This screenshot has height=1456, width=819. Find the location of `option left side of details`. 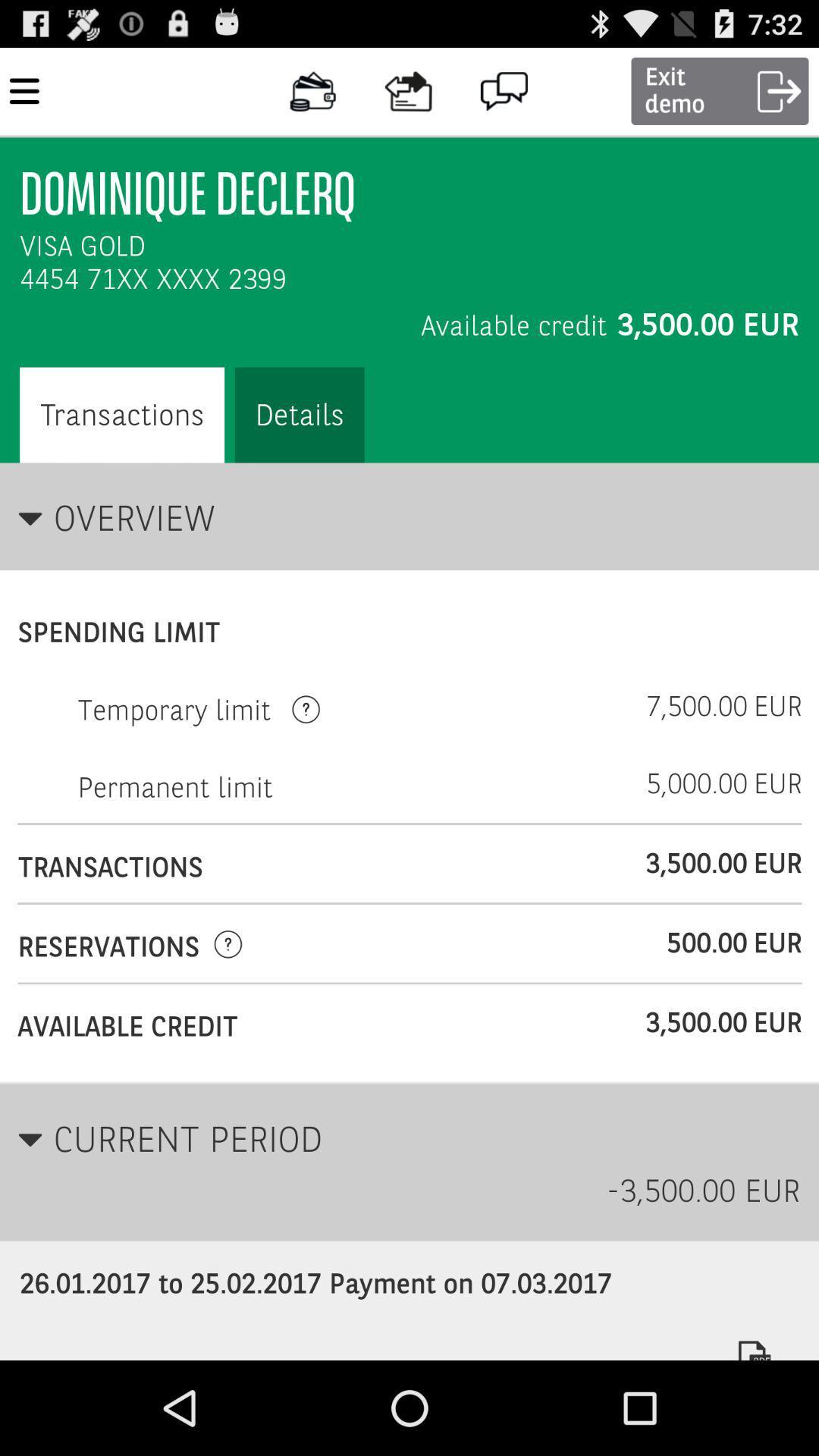

option left side of details is located at coordinates (121, 415).